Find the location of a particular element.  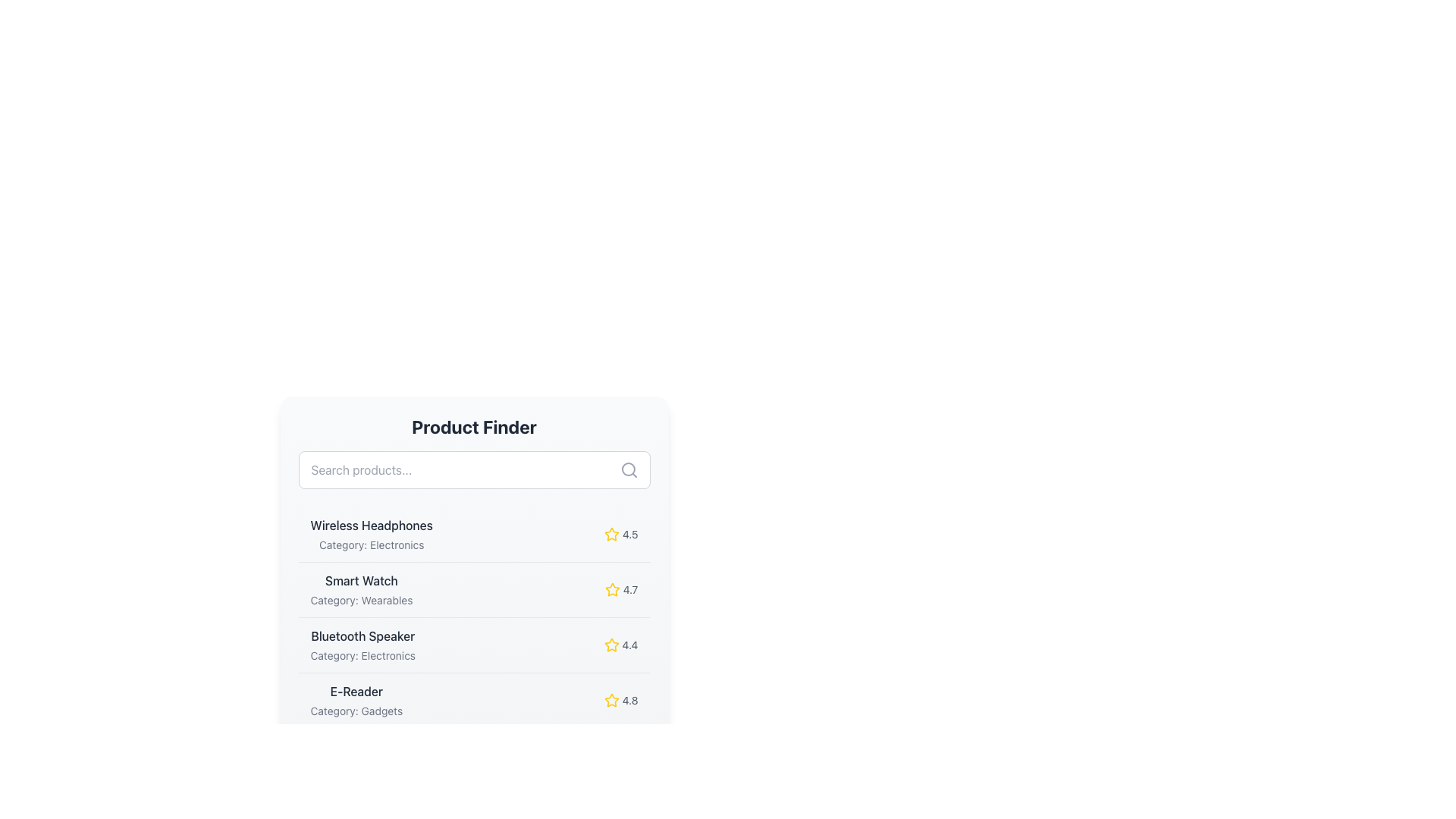

the star icon with a yellow hue, which indicates a rating symbol, positioned to the left of the text value '4.8' in a rating system is located at coordinates (611, 701).